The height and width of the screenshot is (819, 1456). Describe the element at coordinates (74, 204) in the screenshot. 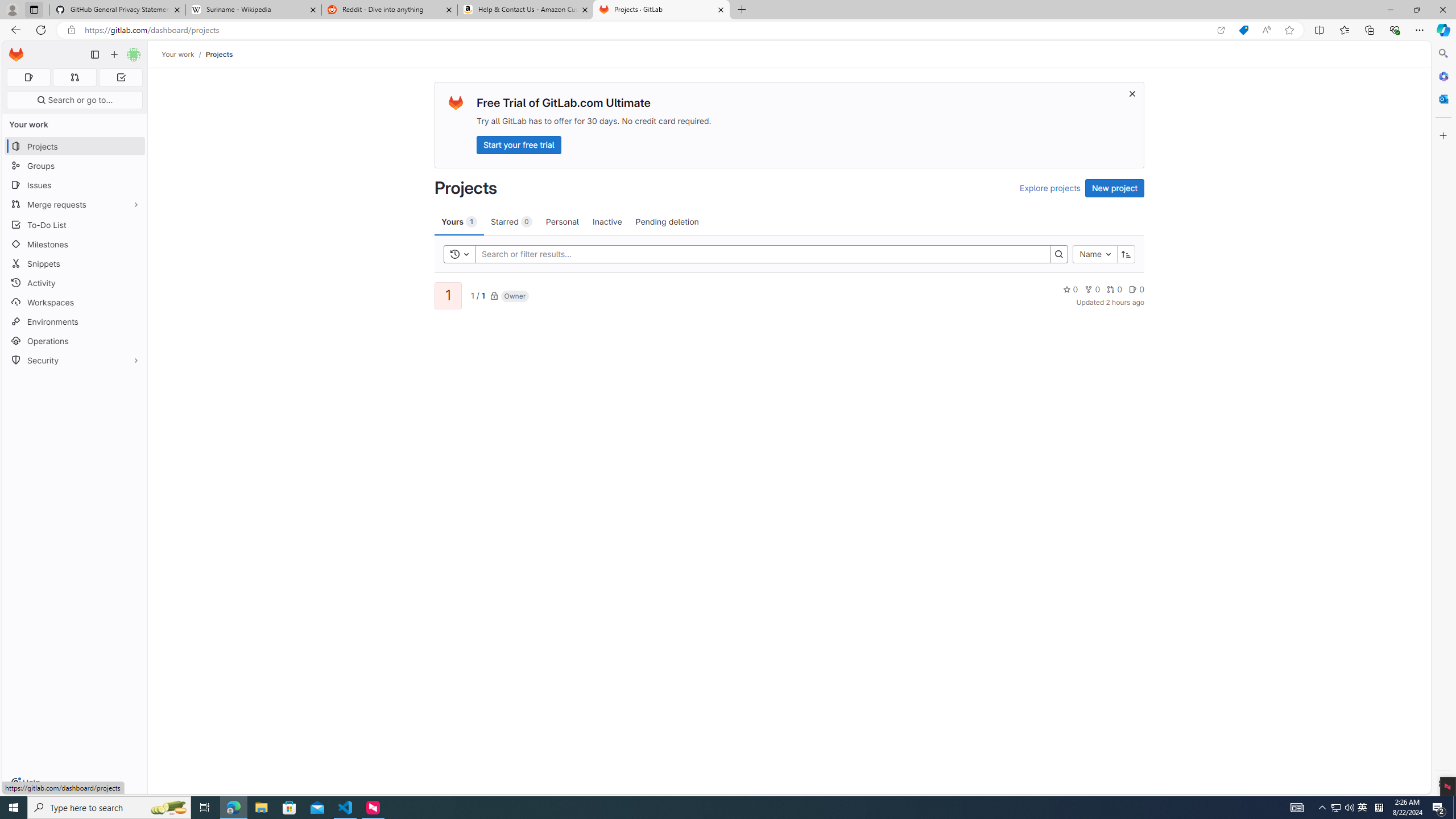

I see `'Merge requests'` at that location.